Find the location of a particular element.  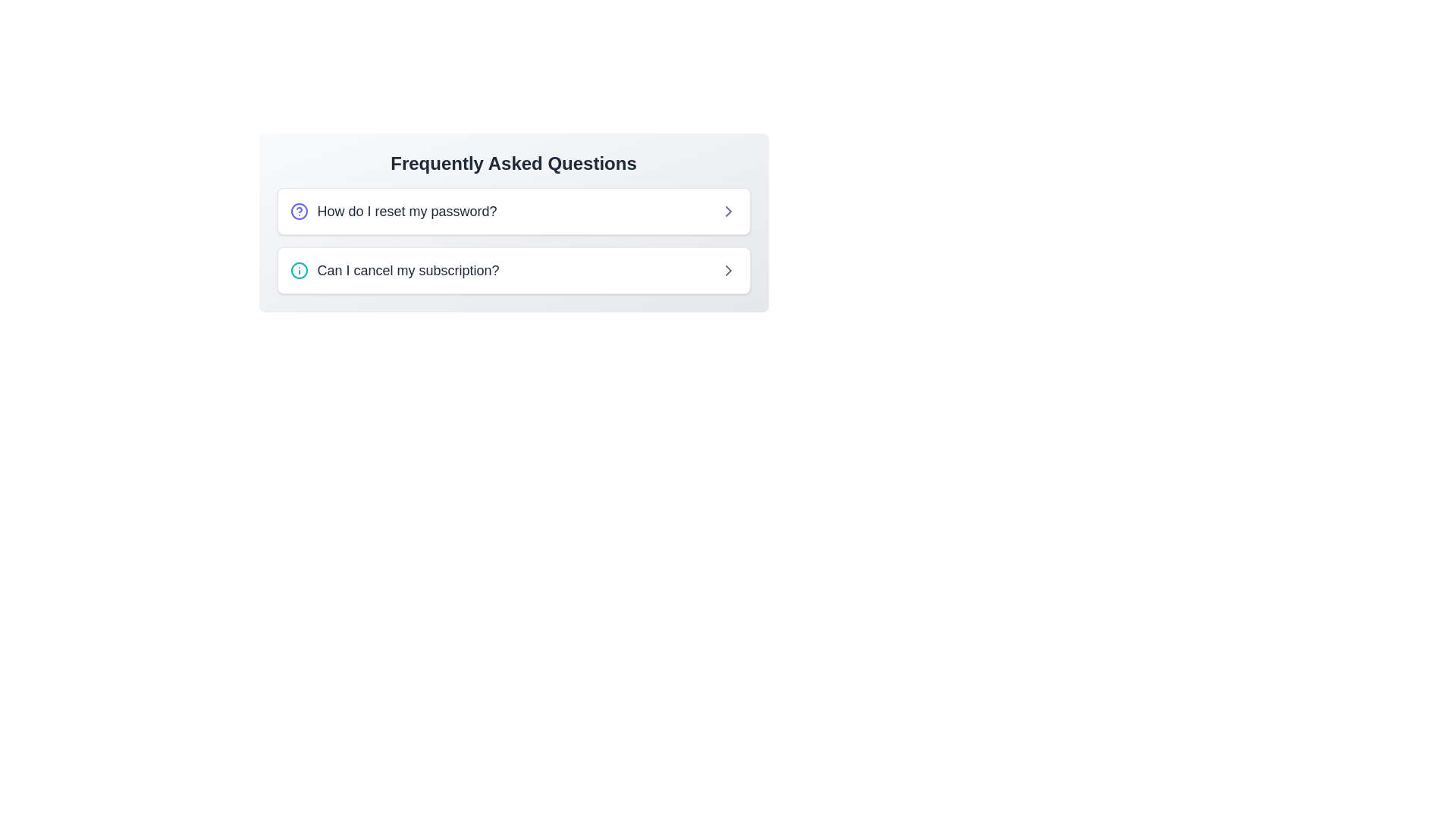

the clickable FAQ item that asks 'Can I cancel my subscription?' is located at coordinates (394, 270).